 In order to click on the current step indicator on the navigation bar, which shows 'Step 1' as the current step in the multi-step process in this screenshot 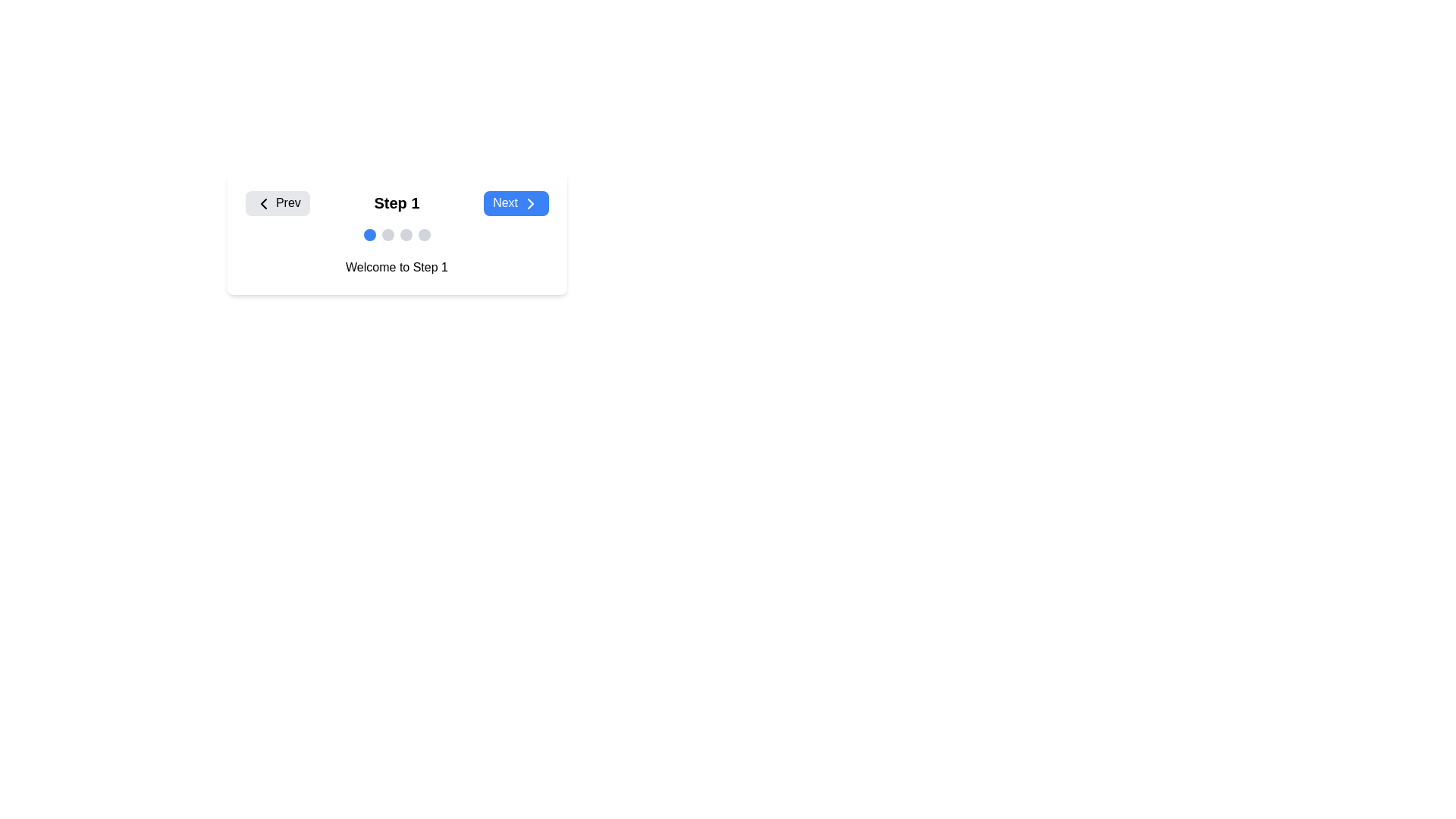, I will do `click(397, 202)`.